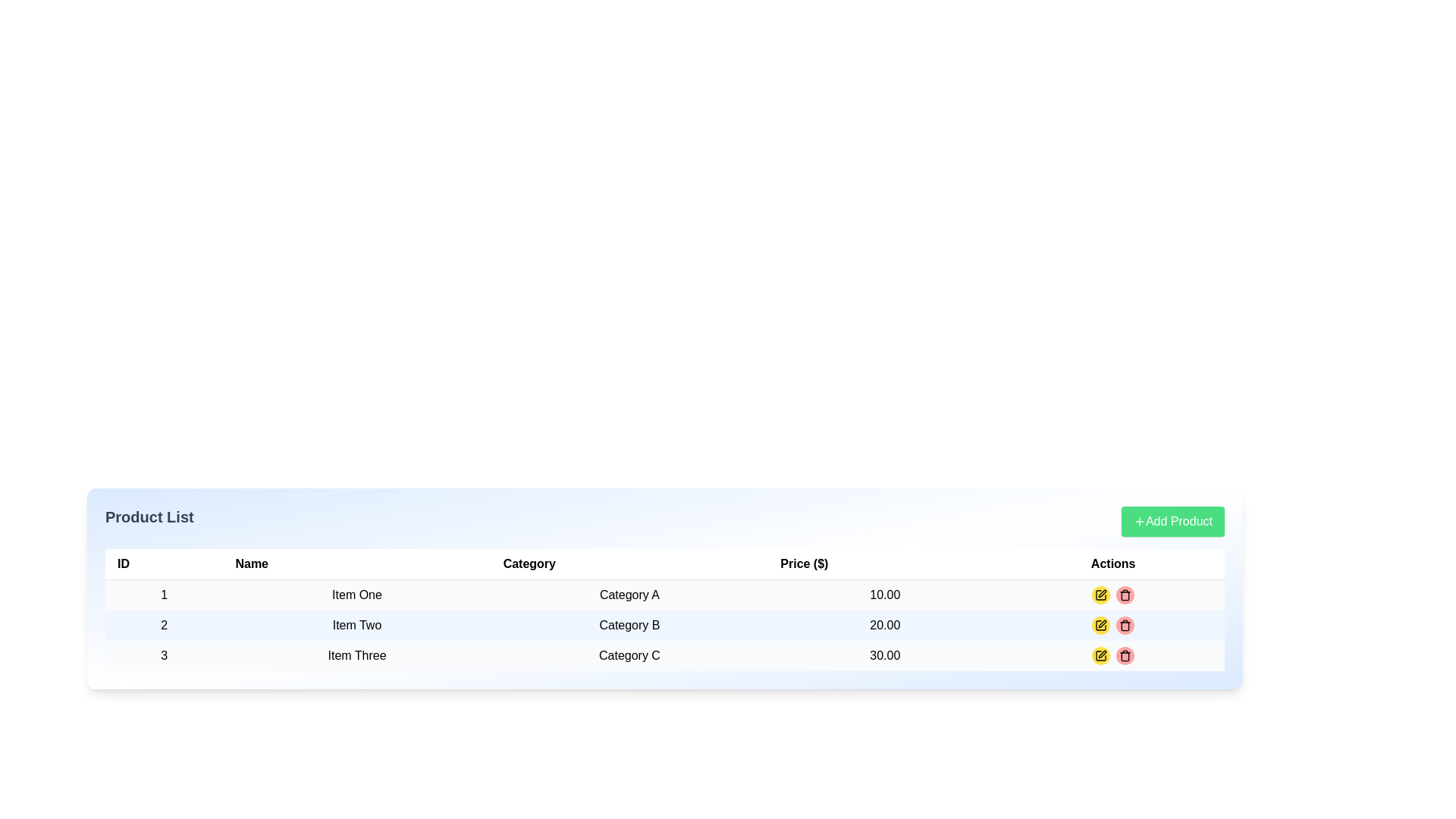 Image resolution: width=1456 pixels, height=819 pixels. Describe the element at coordinates (1125, 595) in the screenshot. I see `the delete icon button located in the 'Actions' column of the last row associated with 'Item Three'` at that location.